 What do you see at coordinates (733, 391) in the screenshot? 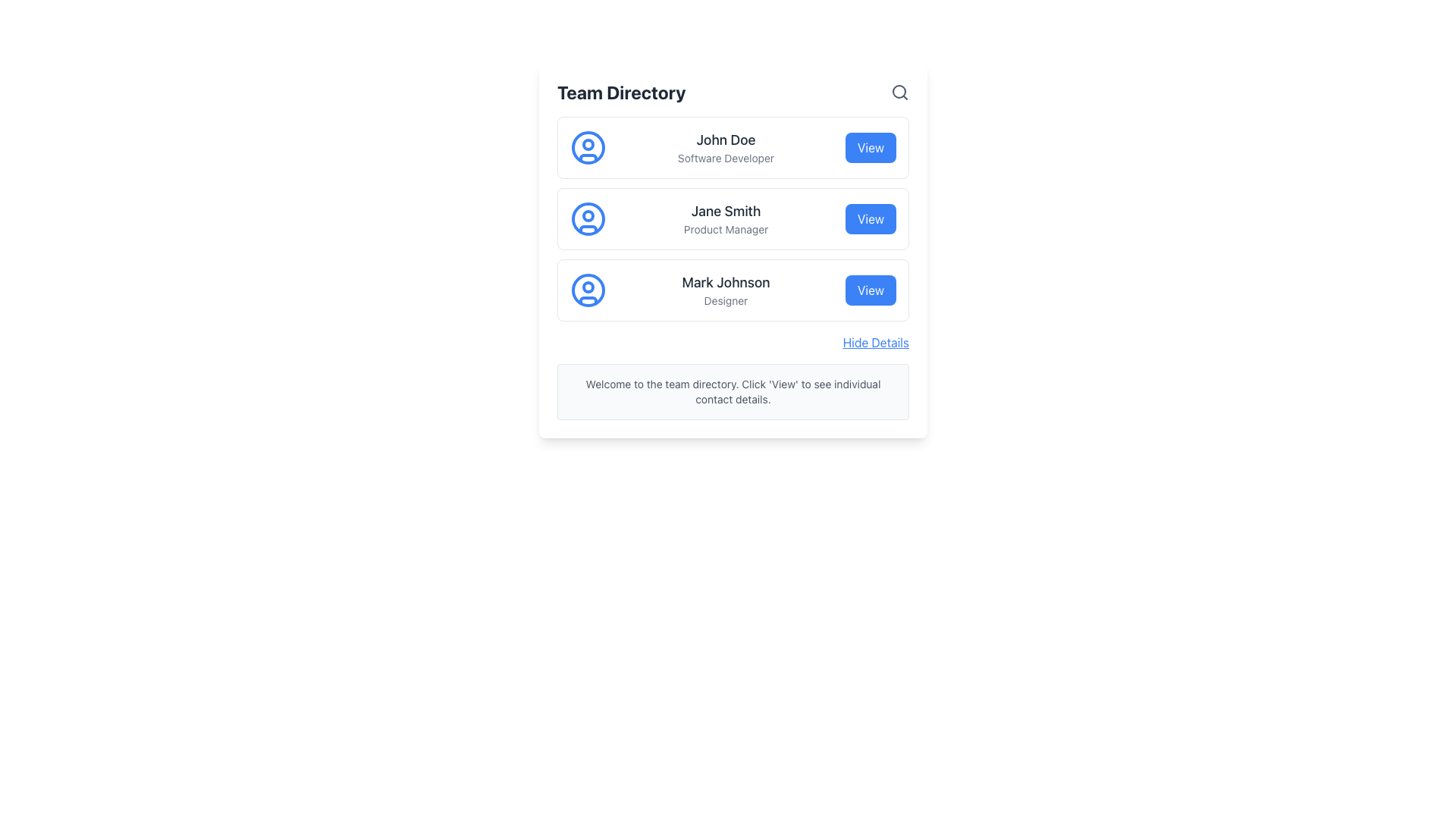
I see `the informational text block that displays 'Welcome to the team directory. Click 'View'` at bounding box center [733, 391].